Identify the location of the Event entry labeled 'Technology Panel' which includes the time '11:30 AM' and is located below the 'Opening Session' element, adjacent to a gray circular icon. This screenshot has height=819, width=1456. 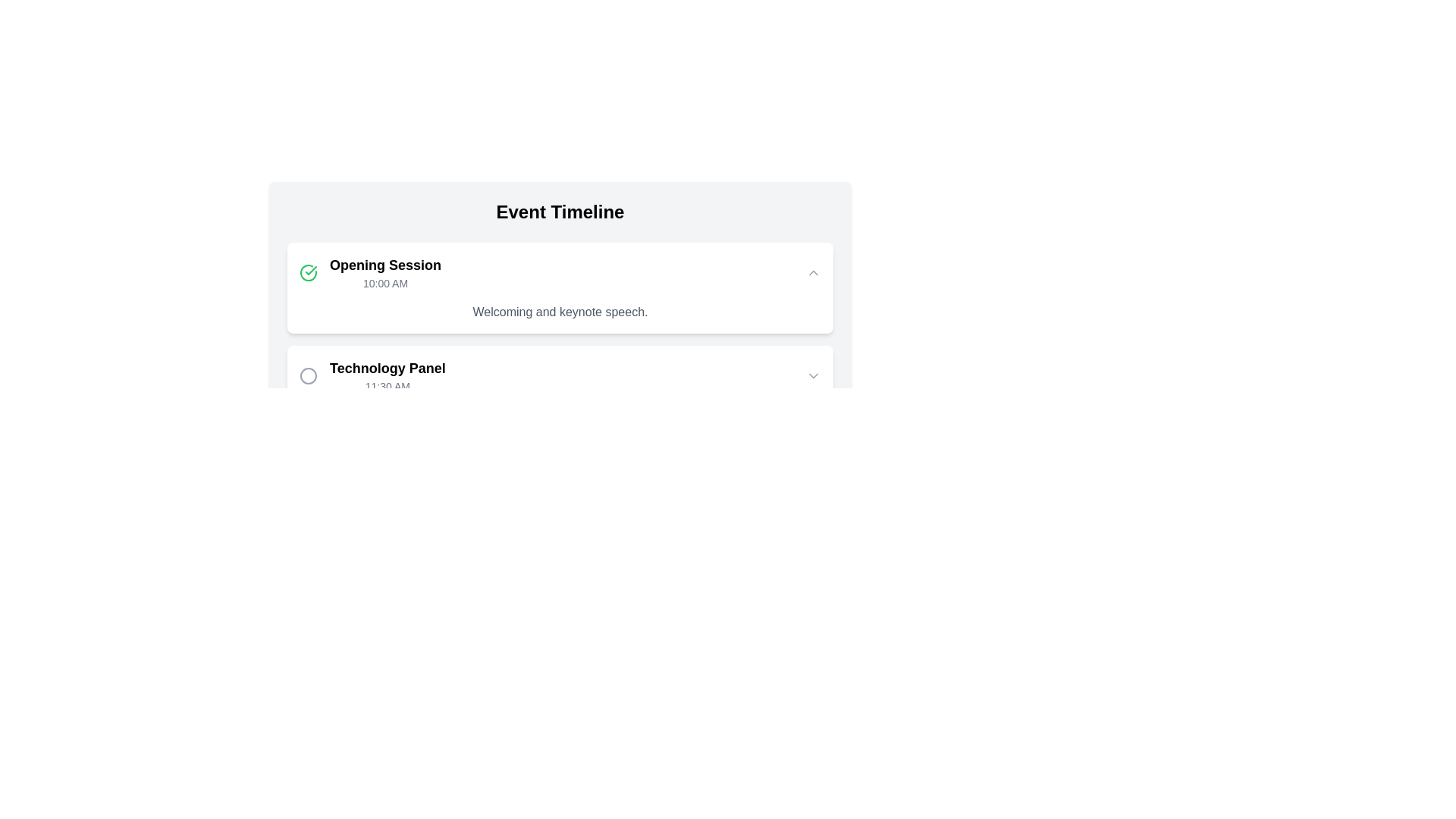
(372, 375).